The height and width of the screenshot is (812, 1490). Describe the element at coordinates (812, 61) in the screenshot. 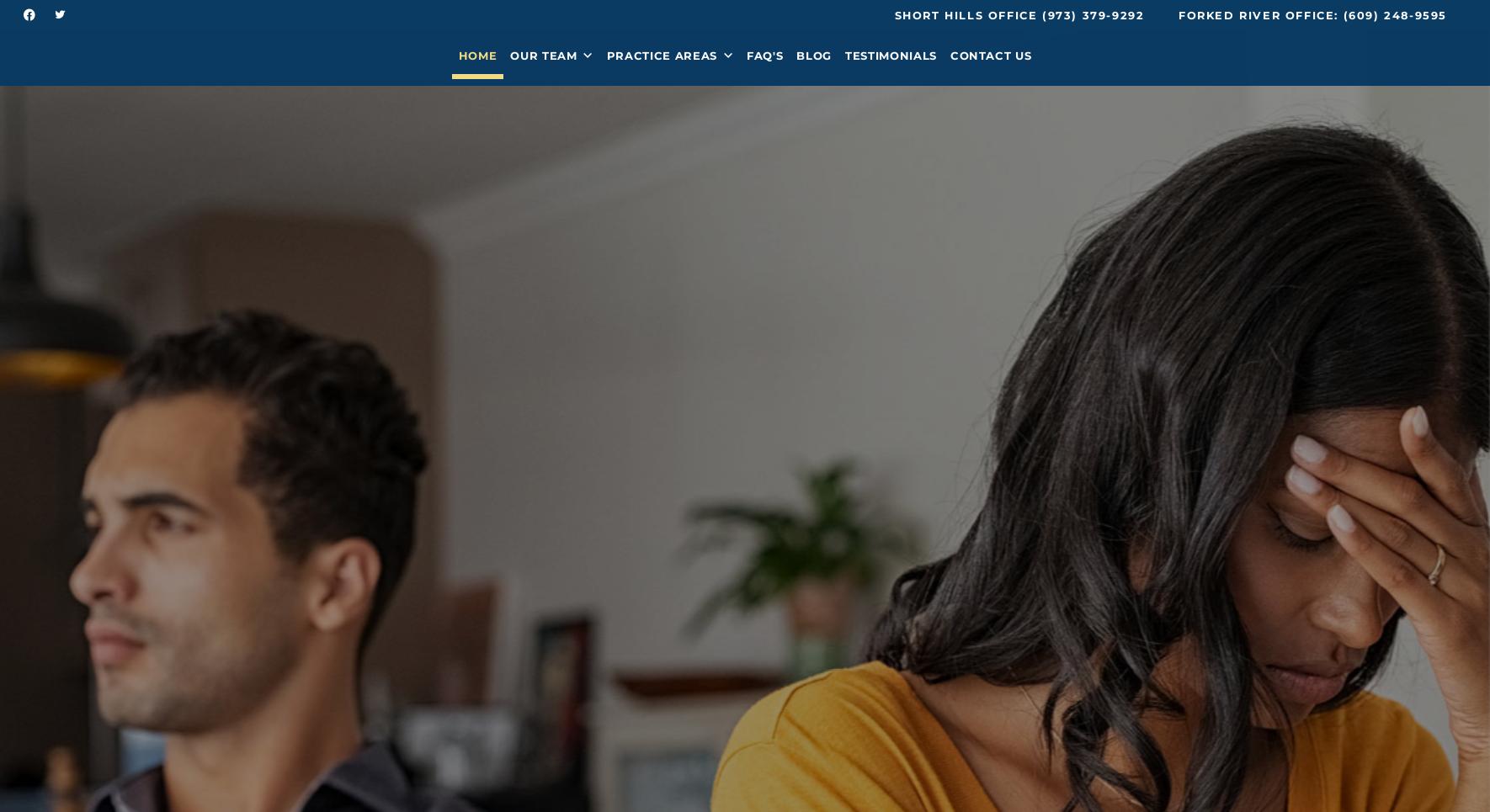

I see `'Blog'` at that location.